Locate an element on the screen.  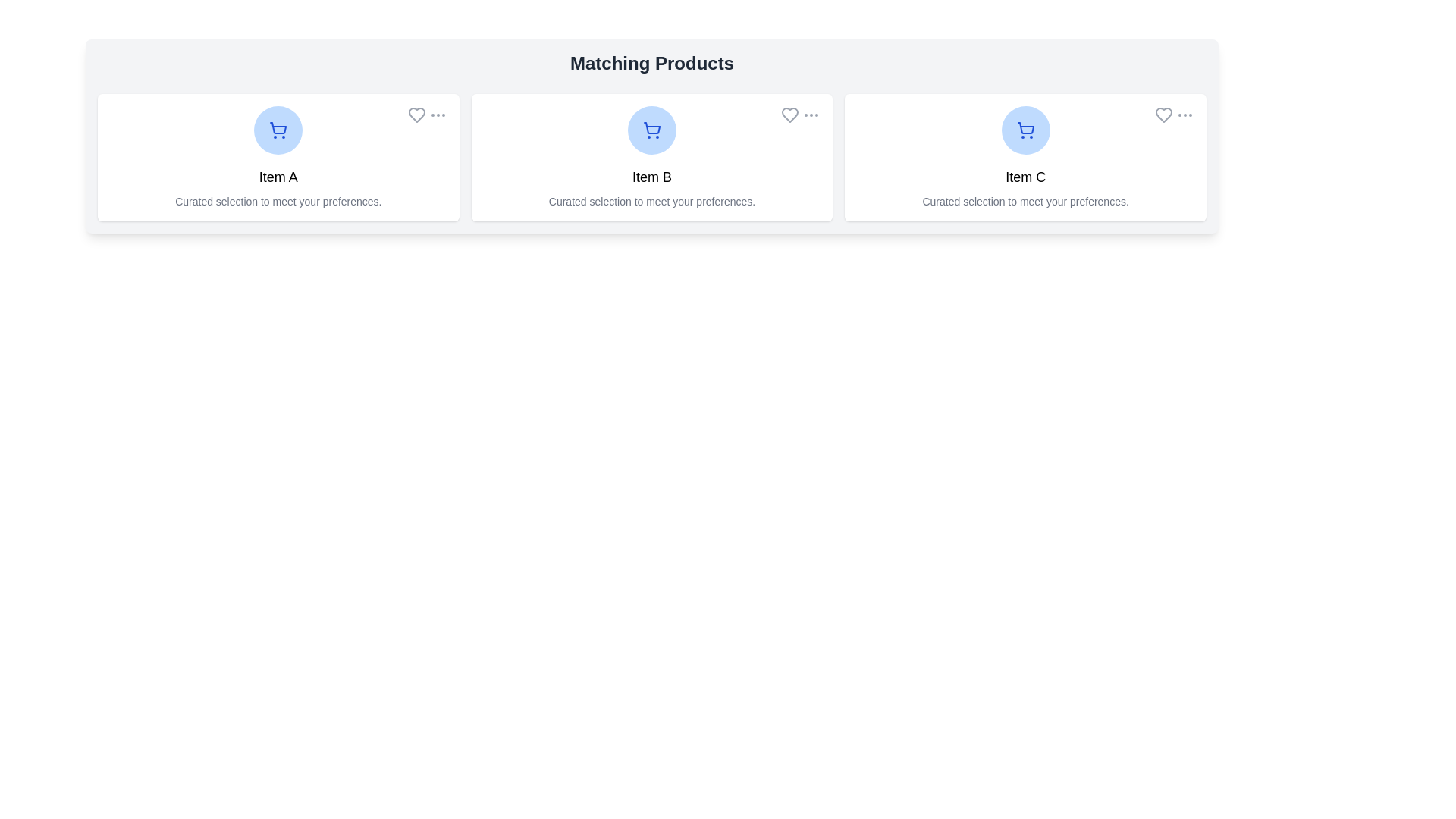
the heart button to favorite the product Item C is located at coordinates (1163, 114).